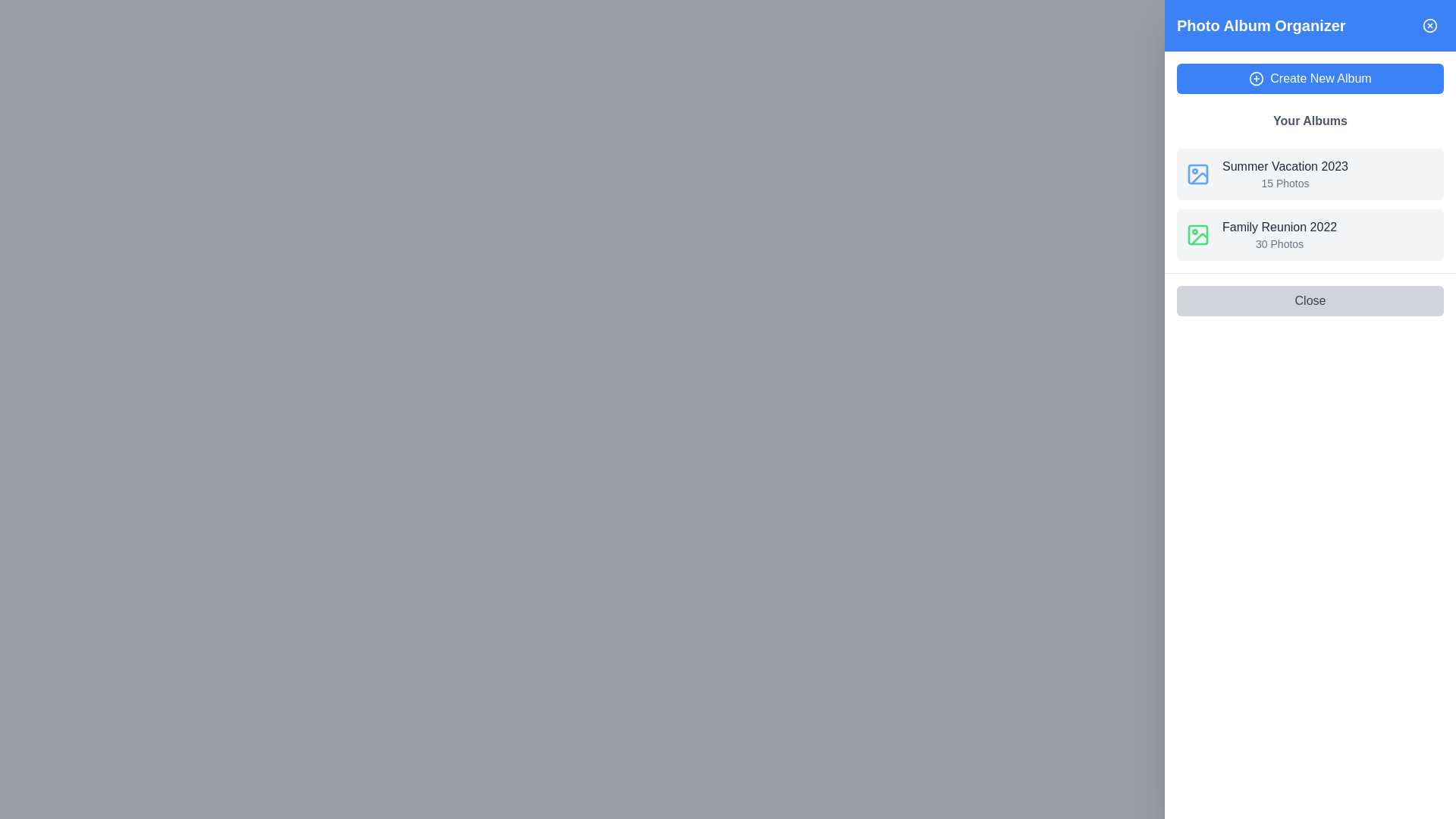 This screenshot has height=819, width=1456. Describe the element at coordinates (1310, 301) in the screenshot. I see `the 'Close' button located towards the bottom of the right panel` at that location.